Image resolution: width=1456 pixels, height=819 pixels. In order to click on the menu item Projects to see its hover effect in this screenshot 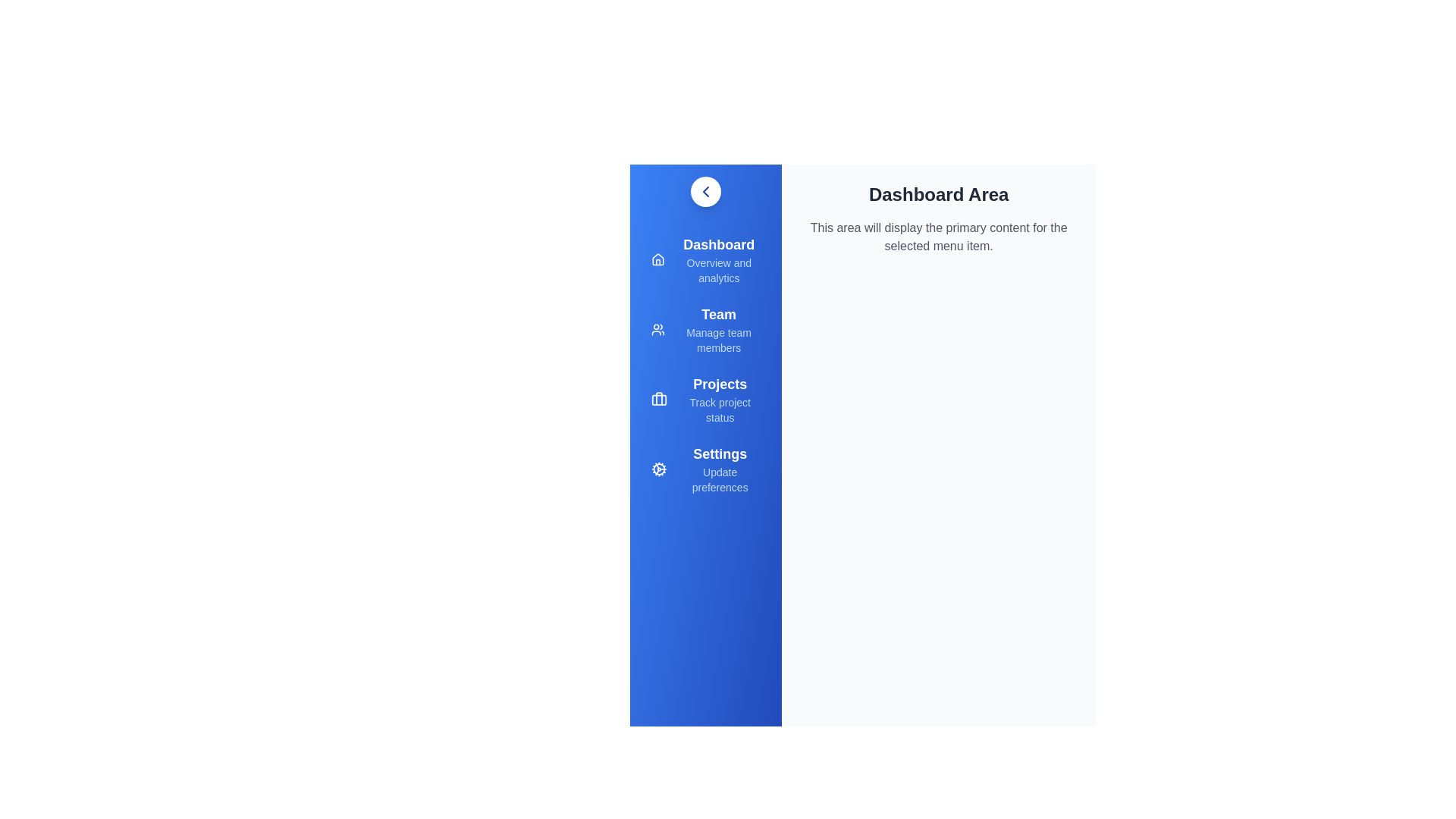, I will do `click(705, 399)`.